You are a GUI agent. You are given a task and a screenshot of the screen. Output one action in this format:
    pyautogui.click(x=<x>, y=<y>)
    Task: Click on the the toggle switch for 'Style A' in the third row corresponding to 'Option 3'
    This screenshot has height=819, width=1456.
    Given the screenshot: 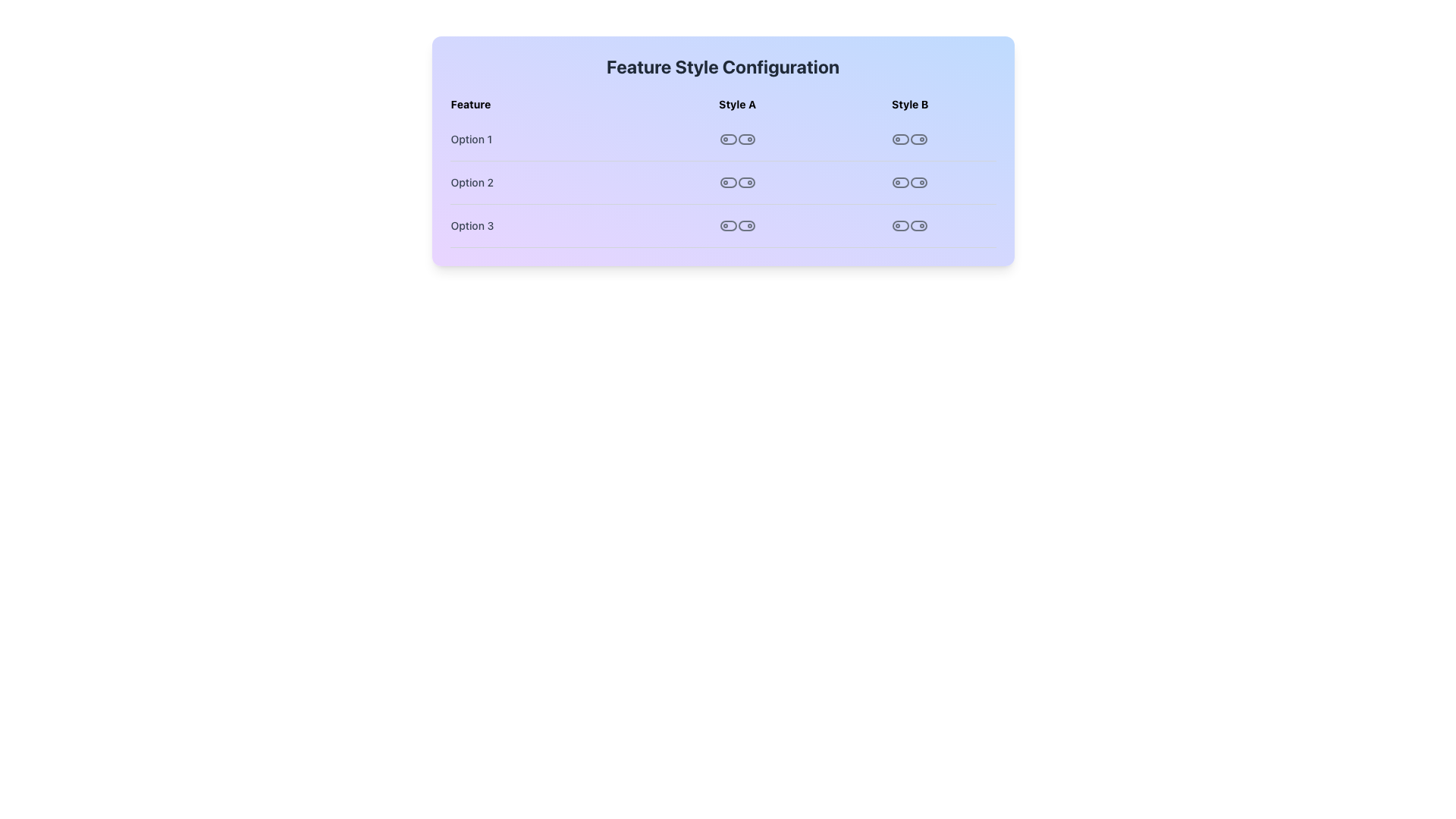 What is the action you would take?
    pyautogui.click(x=746, y=225)
    